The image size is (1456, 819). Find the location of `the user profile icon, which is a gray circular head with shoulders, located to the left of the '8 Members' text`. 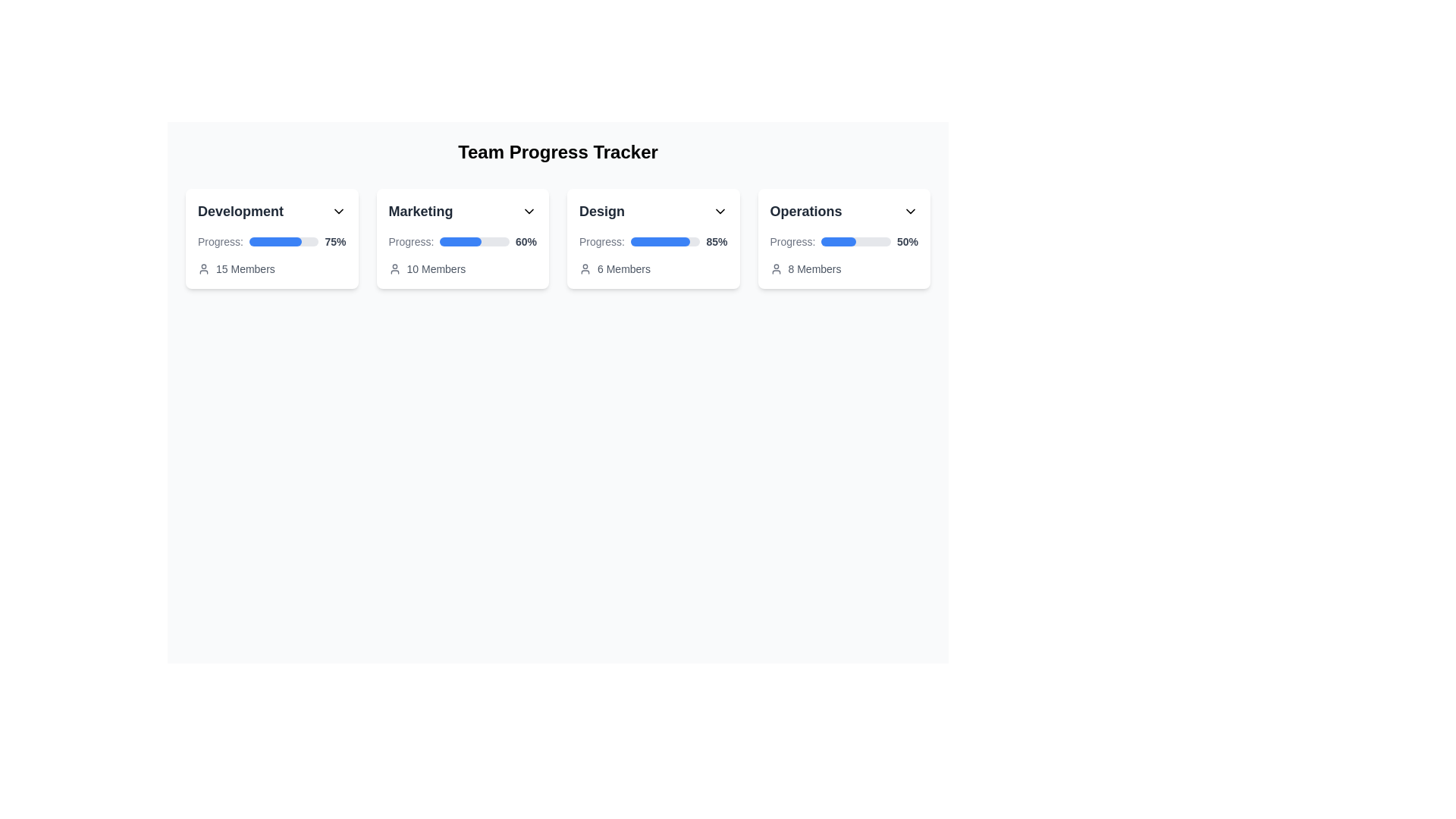

the user profile icon, which is a gray circular head with shoulders, located to the left of the '8 Members' text is located at coordinates (776, 268).